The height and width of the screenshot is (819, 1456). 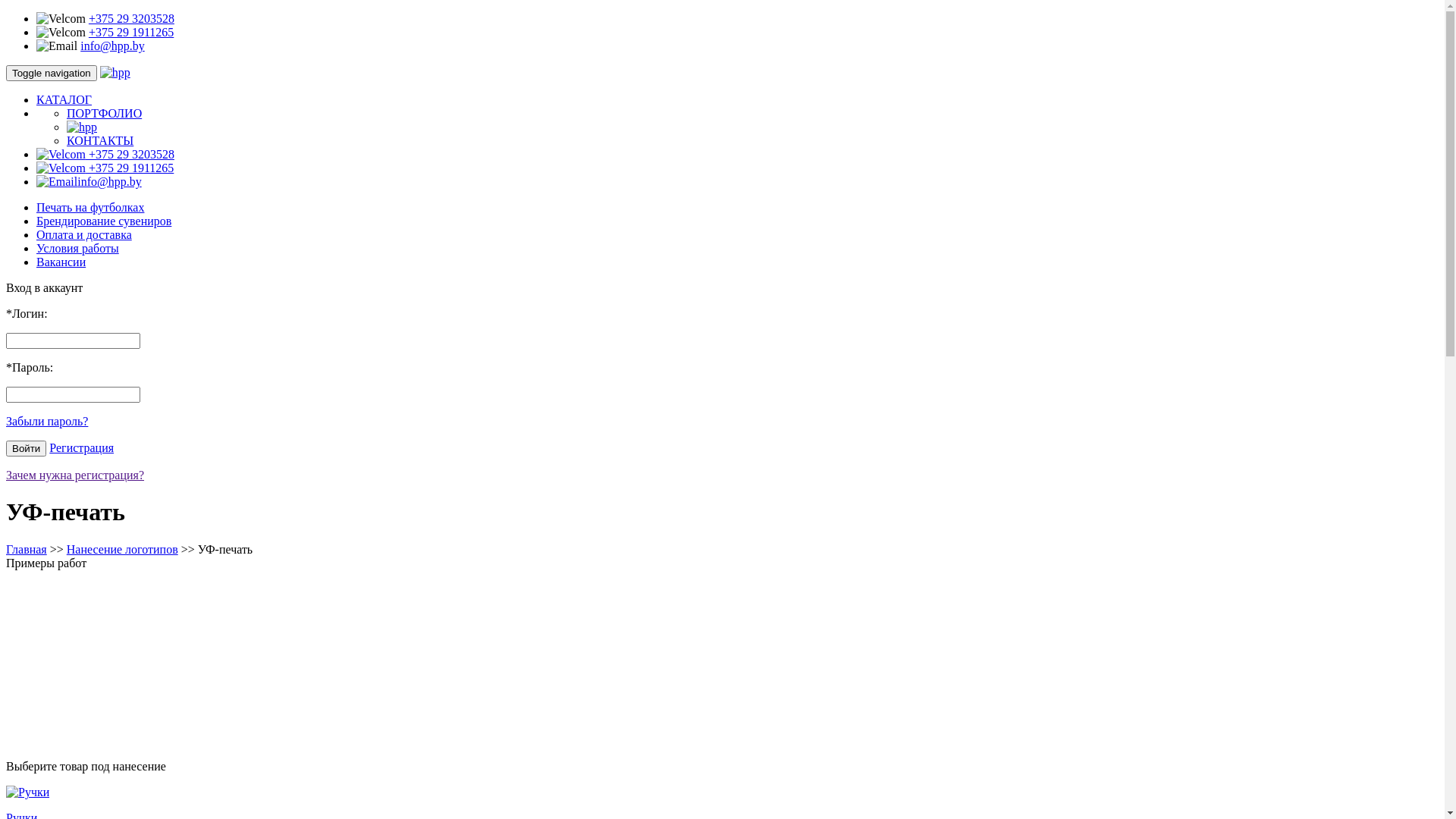 What do you see at coordinates (105, 154) in the screenshot?
I see `'+375 29 3203528'` at bounding box center [105, 154].